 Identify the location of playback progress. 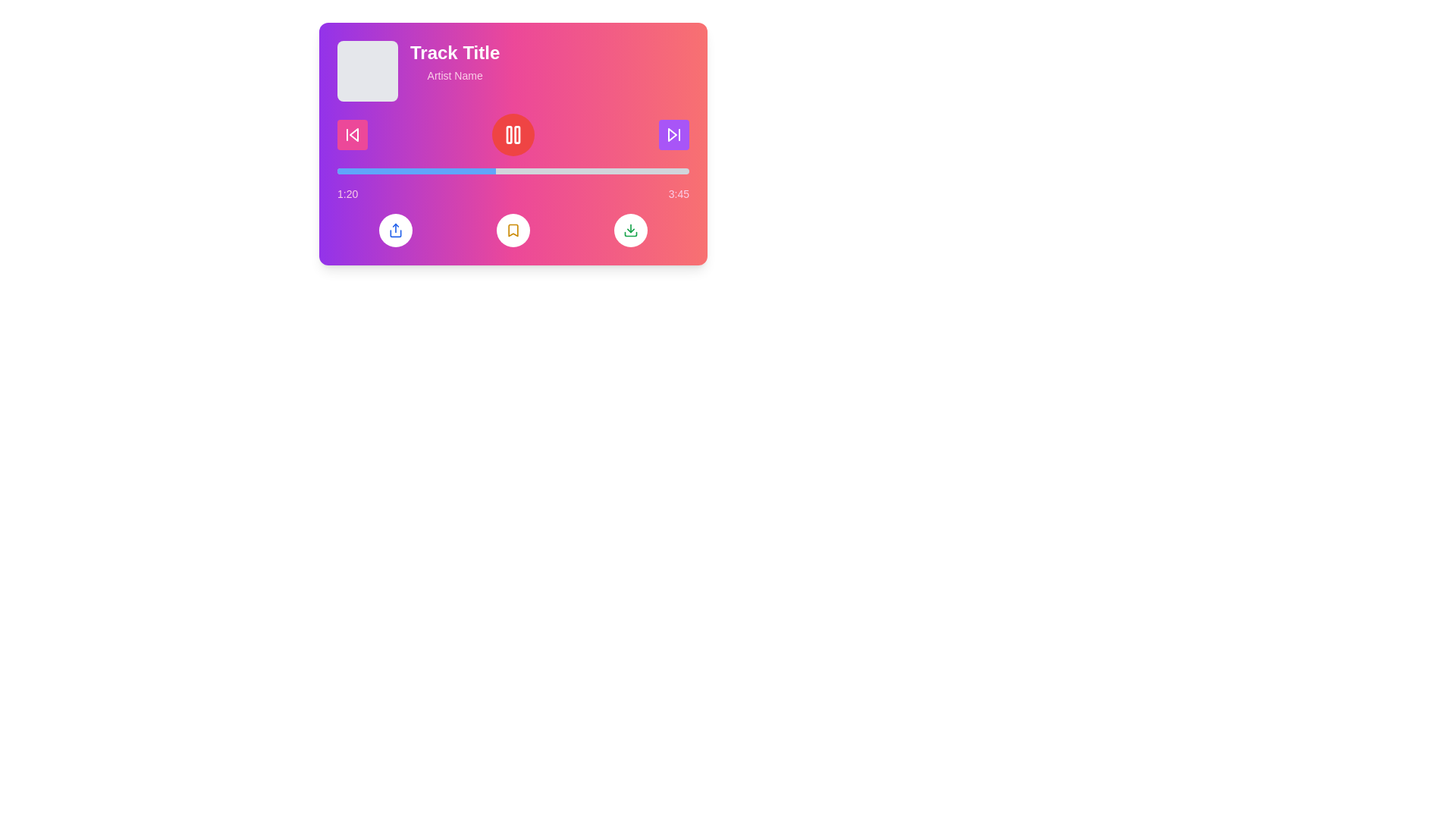
(389, 171).